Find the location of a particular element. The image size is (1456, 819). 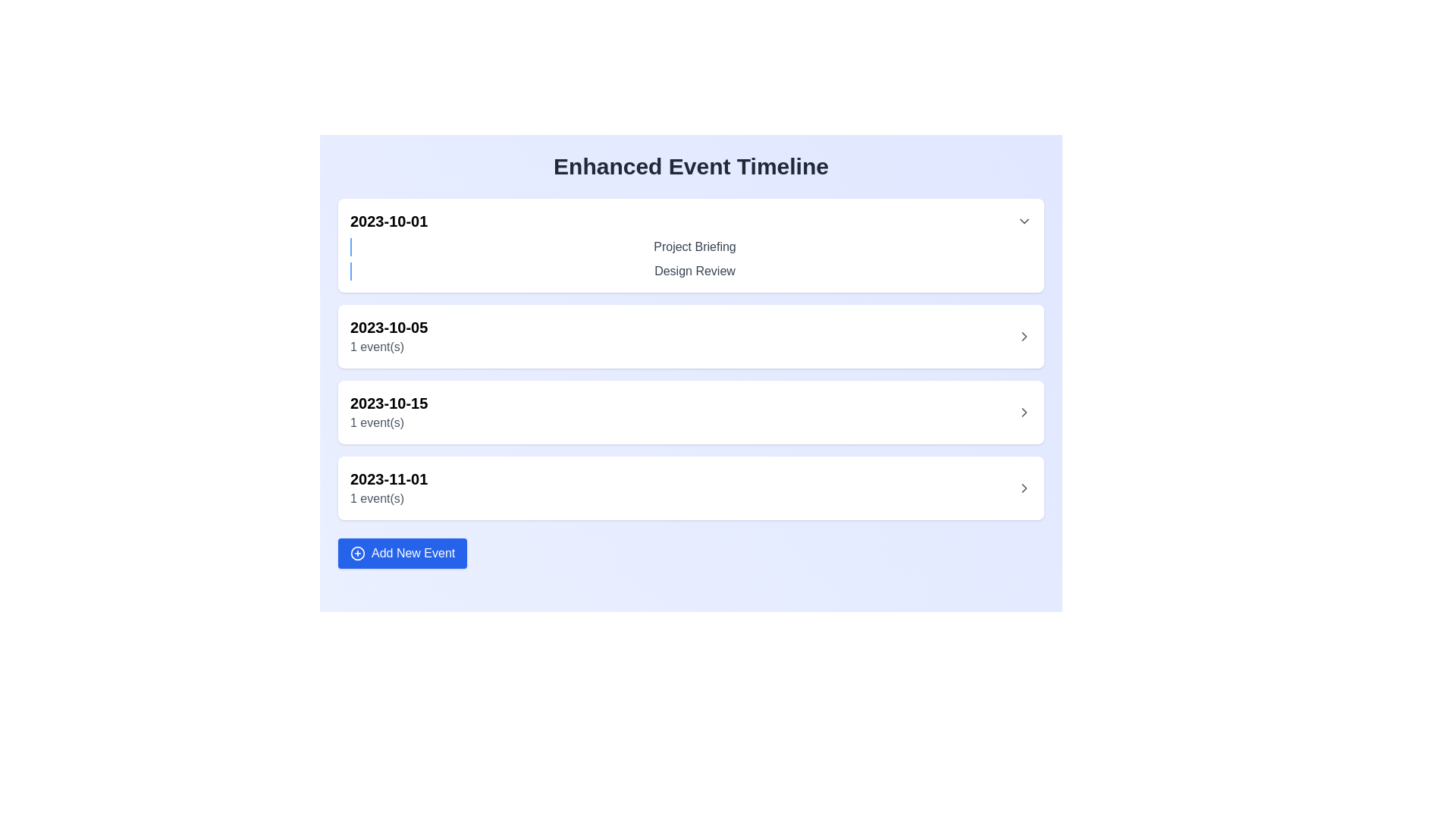

text content of the label 'Project Briefing', which is styled with a blue left border and is the first item under the header '2023-10-01' in the vertical timeline is located at coordinates (690, 246).